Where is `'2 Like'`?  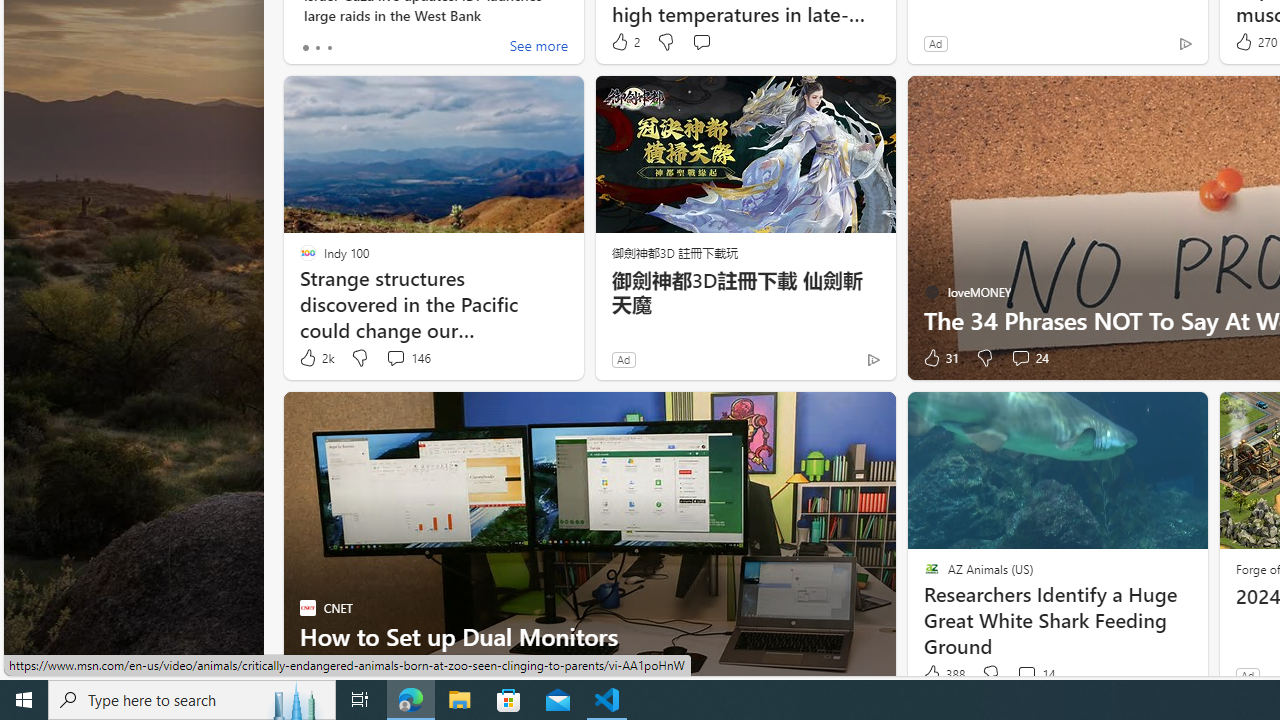 '2 Like' is located at coordinates (623, 42).